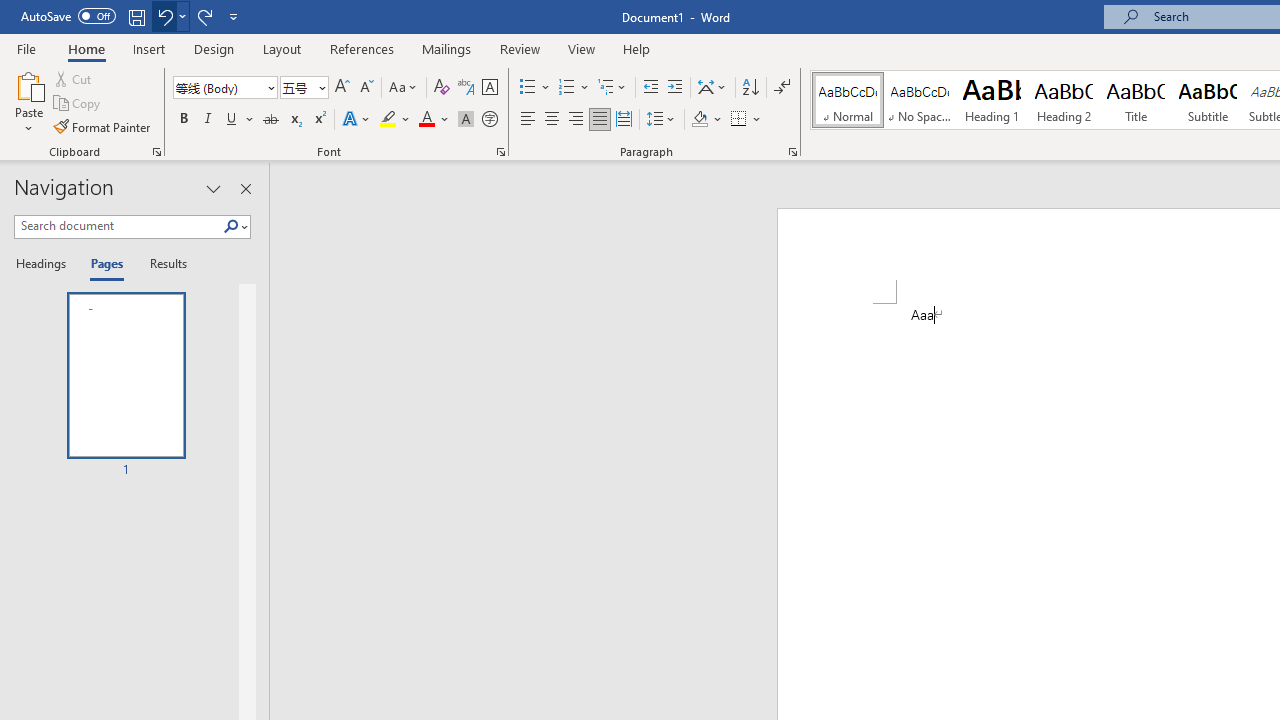  What do you see at coordinates (204, 16) in the screenshot?
I see `'Redo Increase Indent'` at bounding box center [204, 16].